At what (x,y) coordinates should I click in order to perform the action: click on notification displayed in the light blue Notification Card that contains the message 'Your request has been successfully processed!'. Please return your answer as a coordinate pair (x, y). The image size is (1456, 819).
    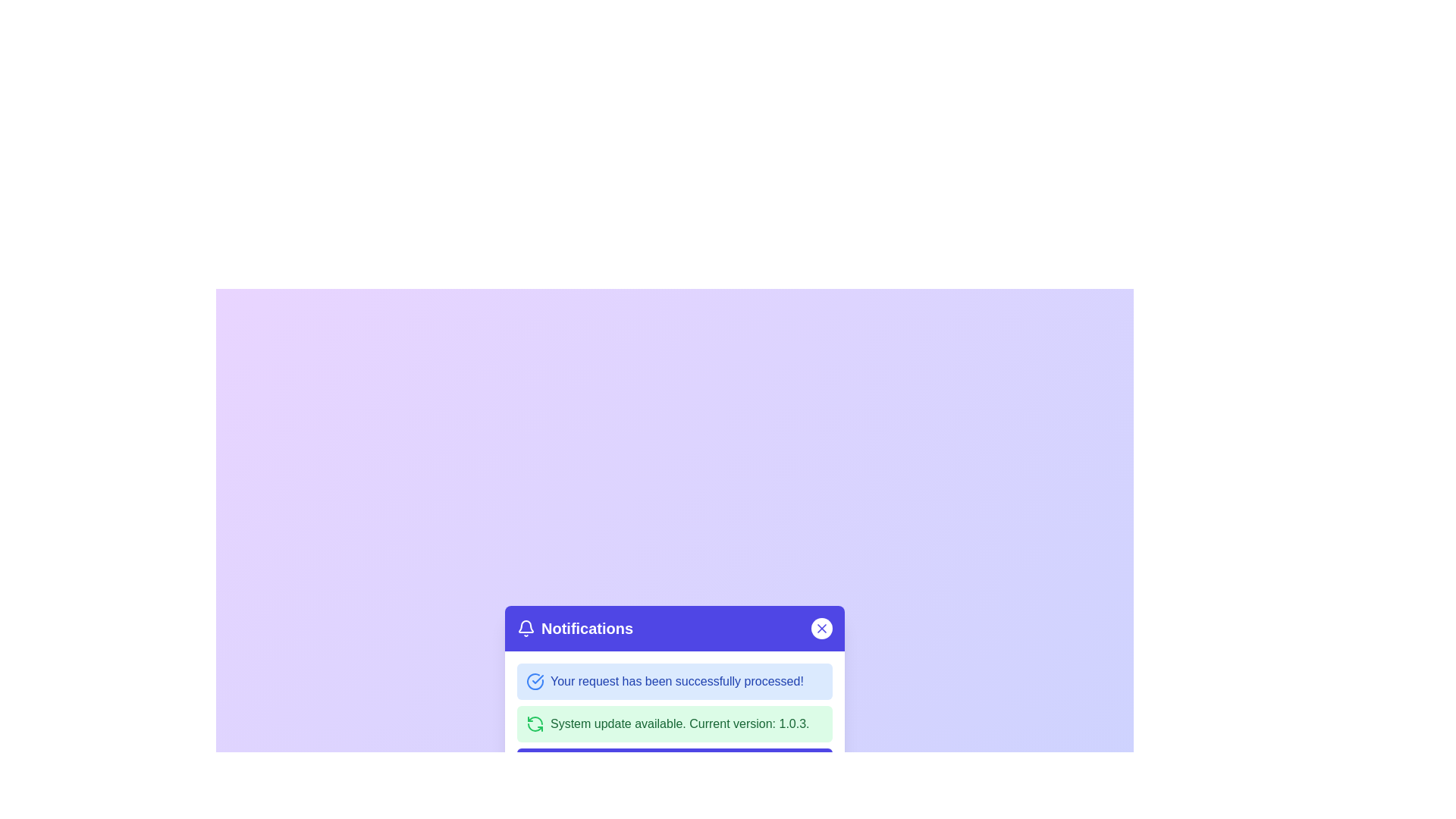
    Looking at the image, I should click on (673, 680).